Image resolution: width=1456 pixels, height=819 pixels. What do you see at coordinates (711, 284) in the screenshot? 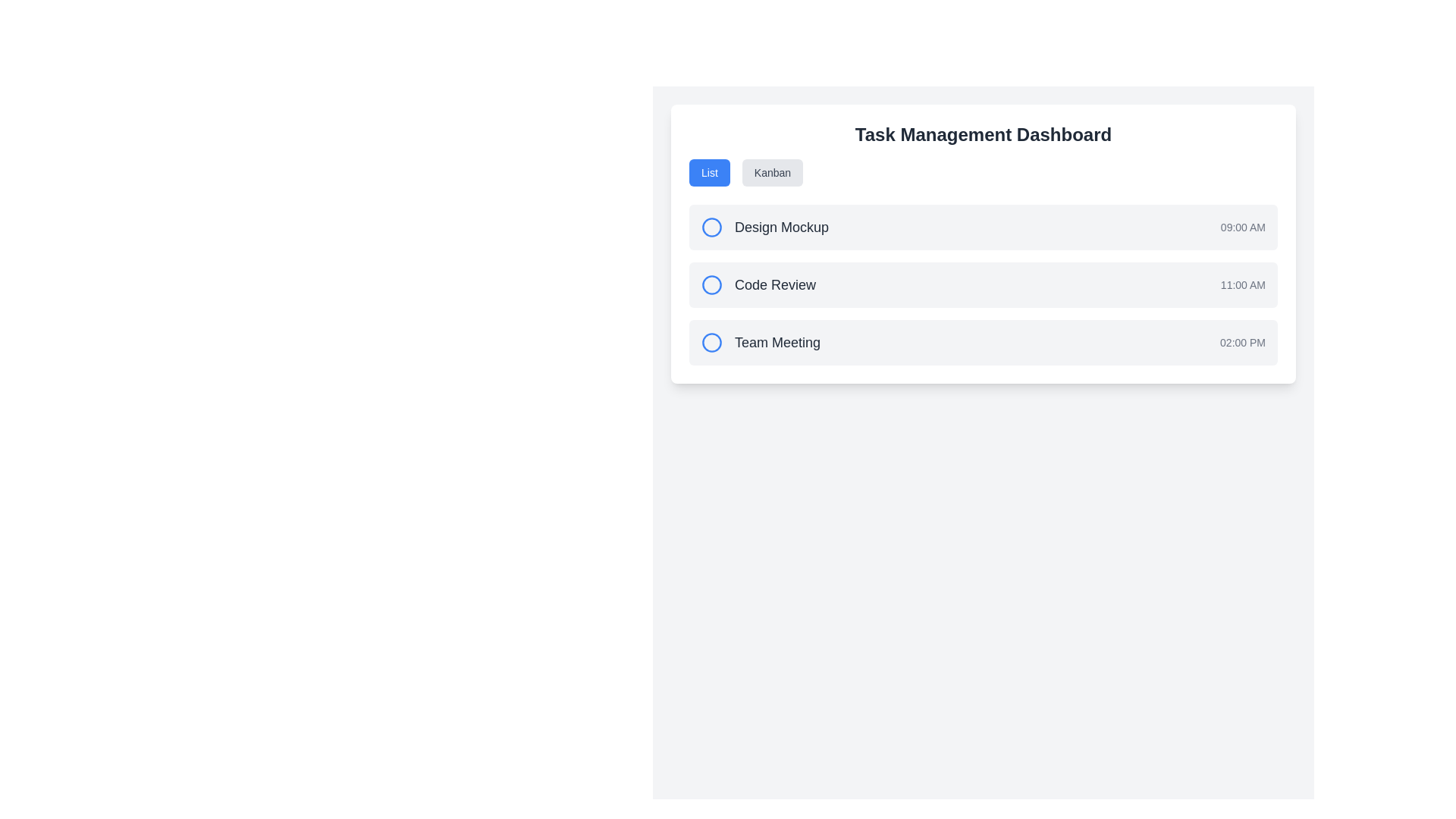
I see `the circular selection indicator for the 'Code Review' task in the task list, which is unselected and has a blue border and white fill` at bounding box center [711, 284].